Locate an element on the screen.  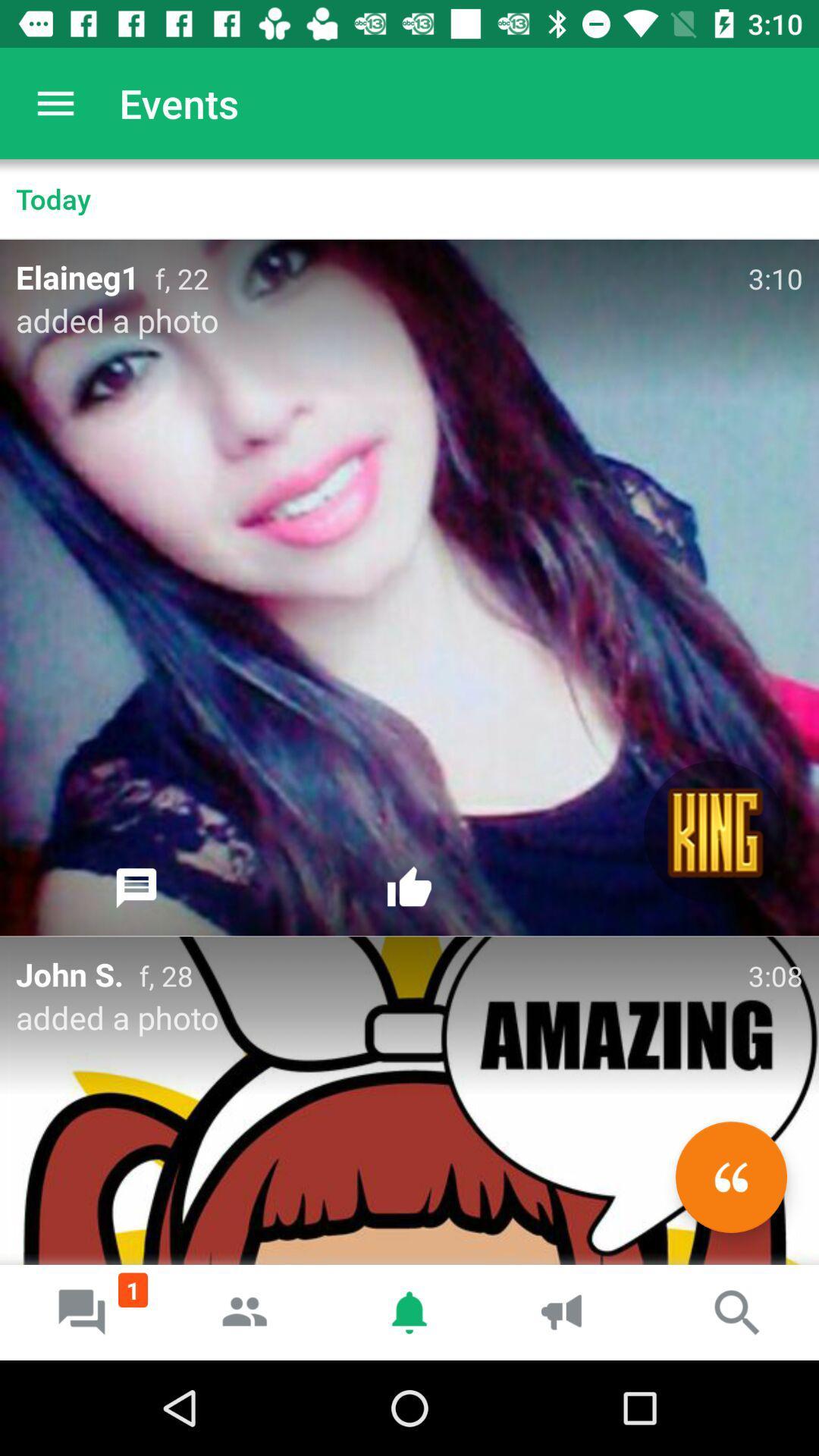
the av_rewind icon is located at coordinates (730, 1176).